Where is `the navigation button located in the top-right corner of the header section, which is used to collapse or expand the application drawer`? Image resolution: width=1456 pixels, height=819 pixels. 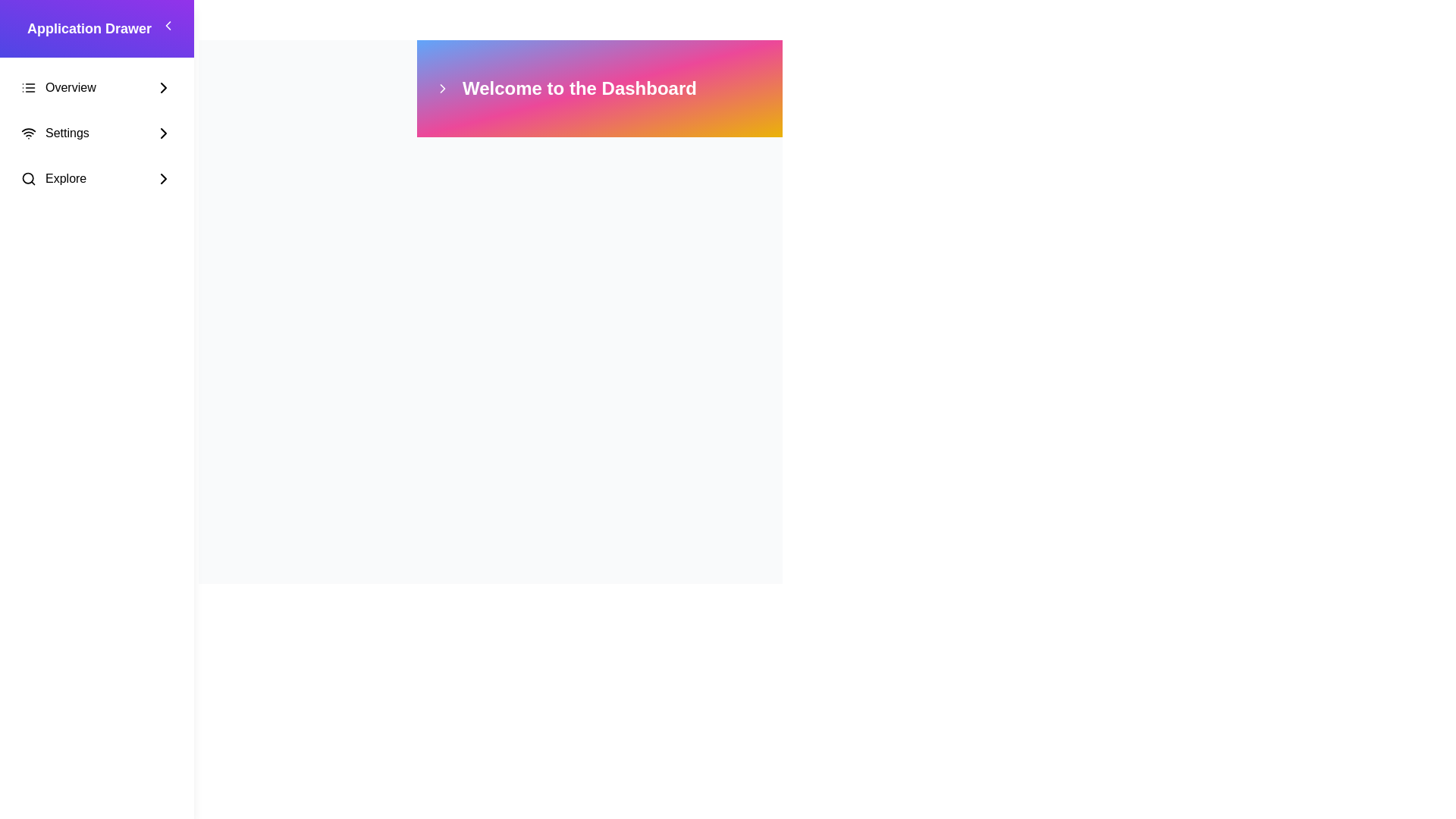 the navigation button located in the top-right corner of the header section, which is used to collapse or expand the application drawer is located at coordinates (168, 26).